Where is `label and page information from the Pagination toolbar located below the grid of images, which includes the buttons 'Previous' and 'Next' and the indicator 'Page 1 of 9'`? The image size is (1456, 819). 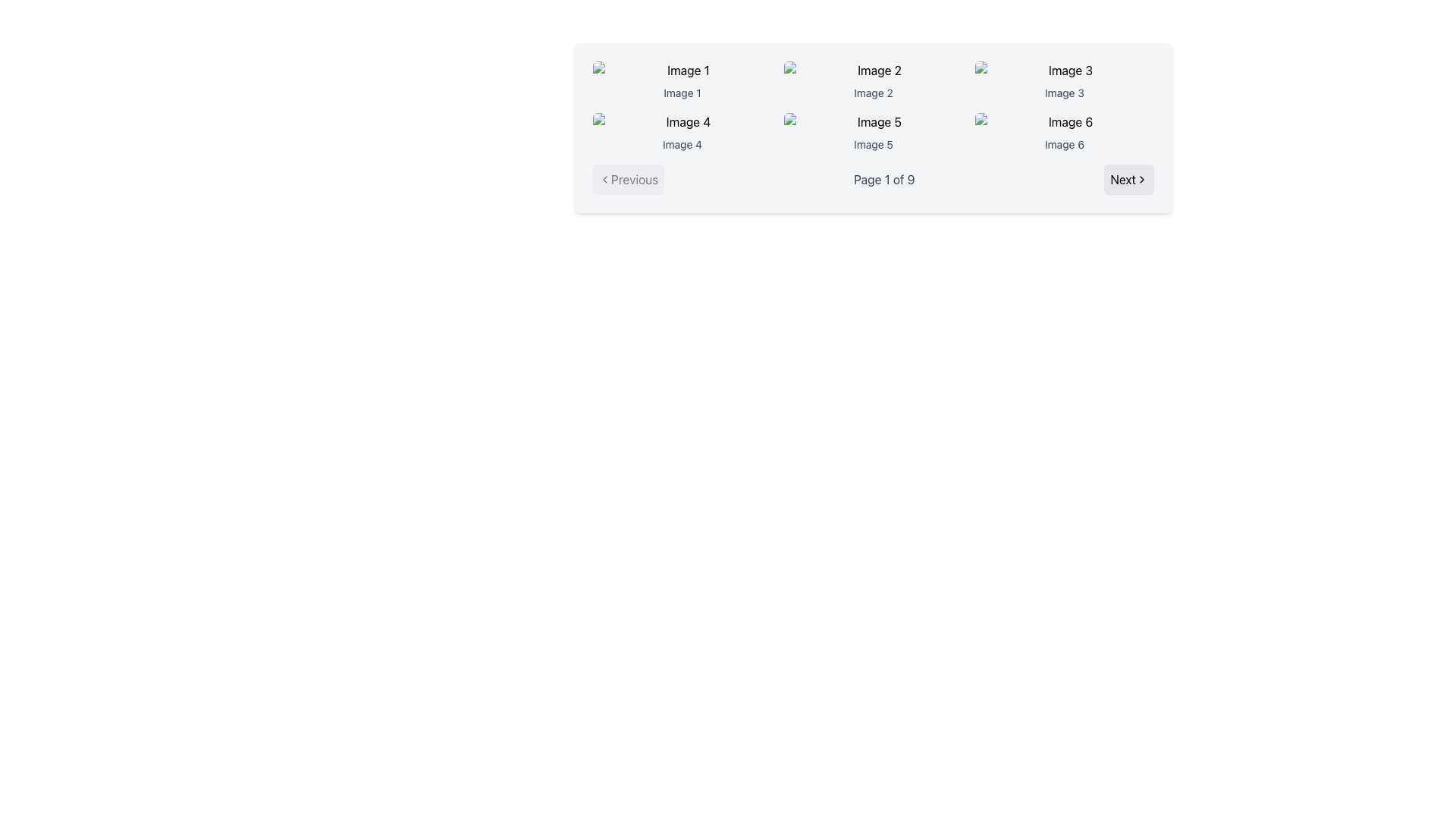 label and page information from the Pagination toolbar located below the grid of images, which includes the buttons 'Previous' and 'Next' and the indicator 'Page 1 of 9' is located at coordinates (874, 178).